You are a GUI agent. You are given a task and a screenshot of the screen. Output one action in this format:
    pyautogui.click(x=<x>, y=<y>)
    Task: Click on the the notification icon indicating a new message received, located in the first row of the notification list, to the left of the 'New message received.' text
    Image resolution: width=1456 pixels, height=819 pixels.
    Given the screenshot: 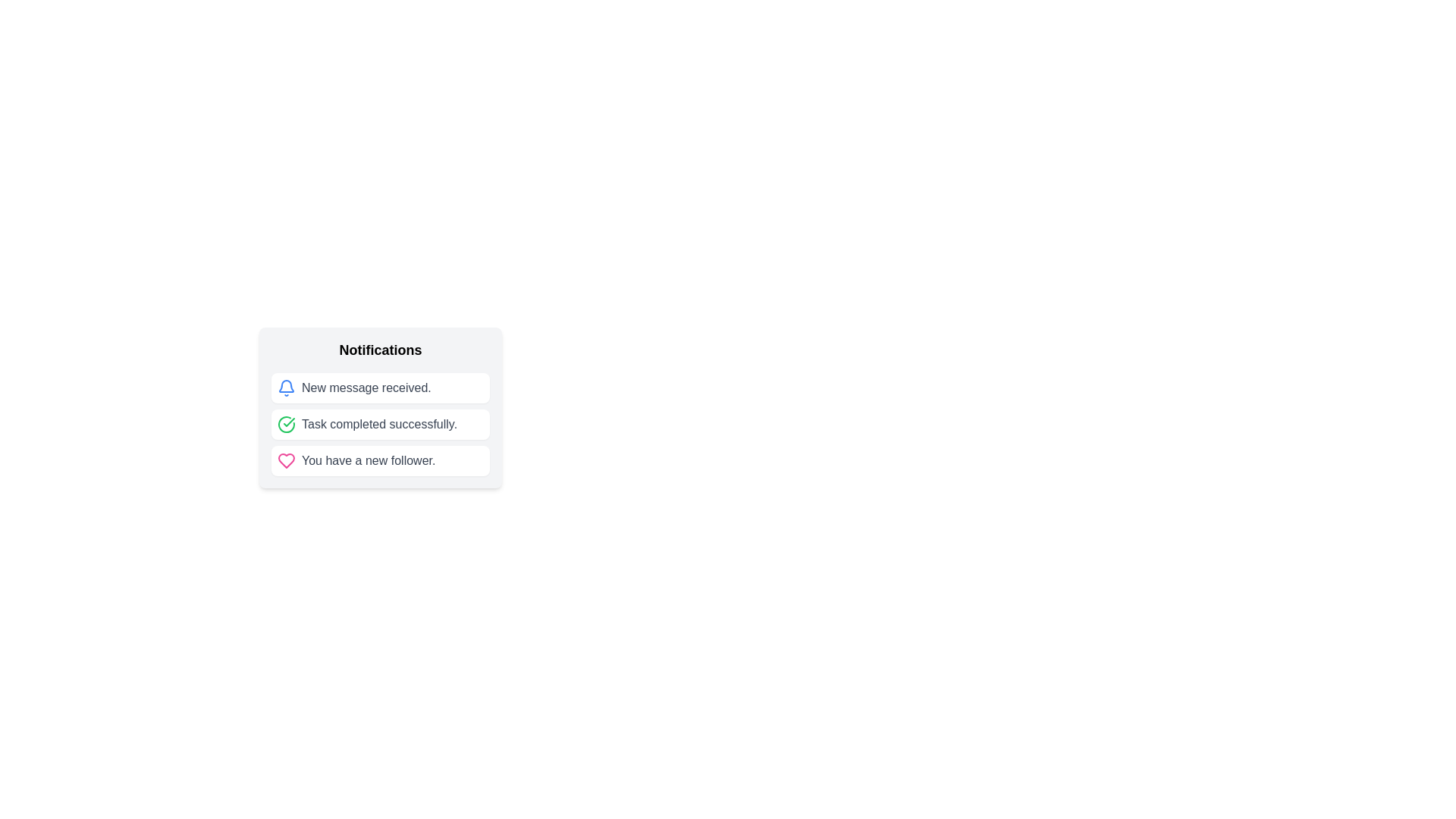 What is the action you would take?
    pyautogui.click(x=287, y=388)
    